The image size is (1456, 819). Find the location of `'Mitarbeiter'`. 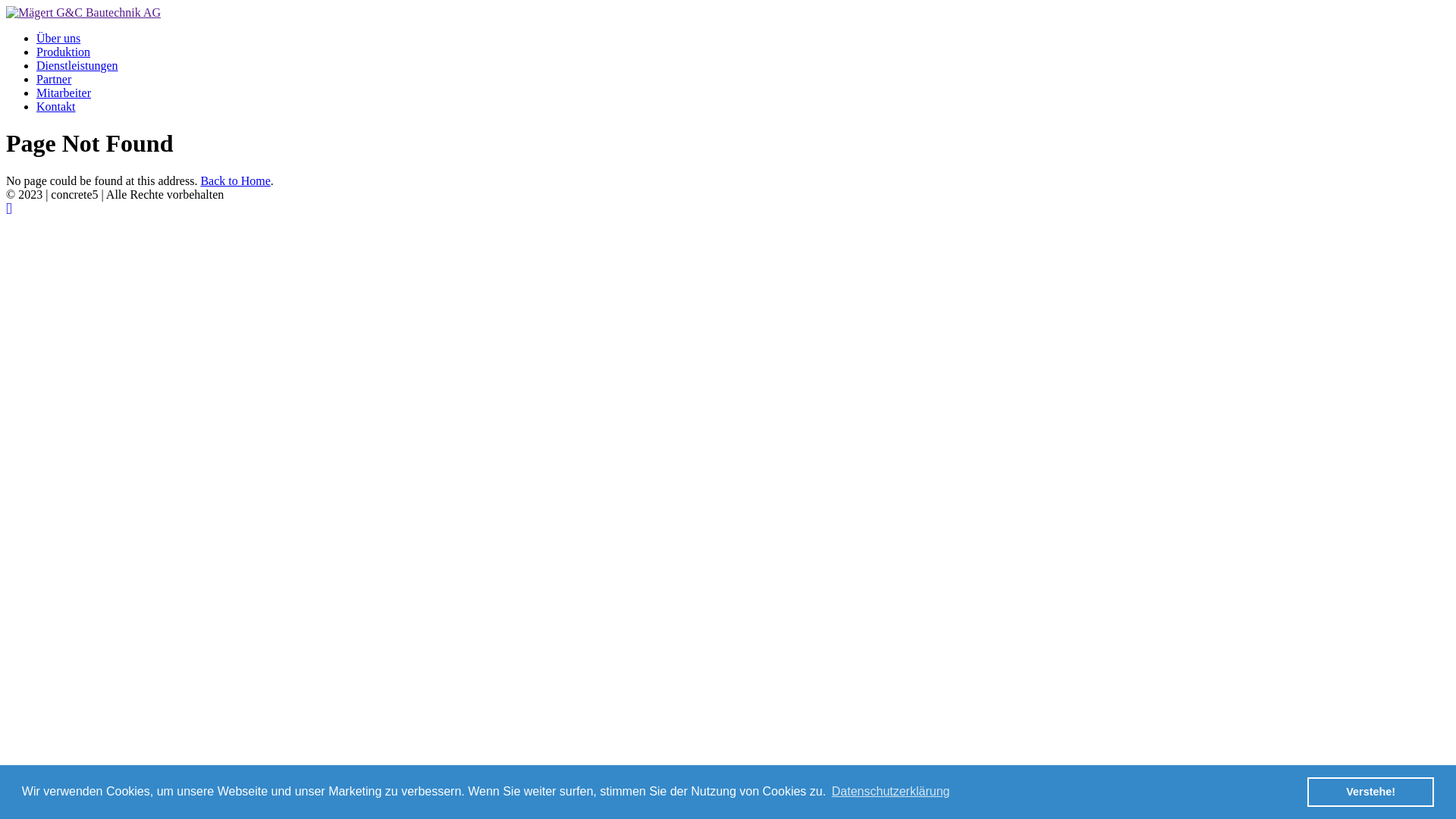

'Mitarbeiter' is located at coordinates (62, 93).